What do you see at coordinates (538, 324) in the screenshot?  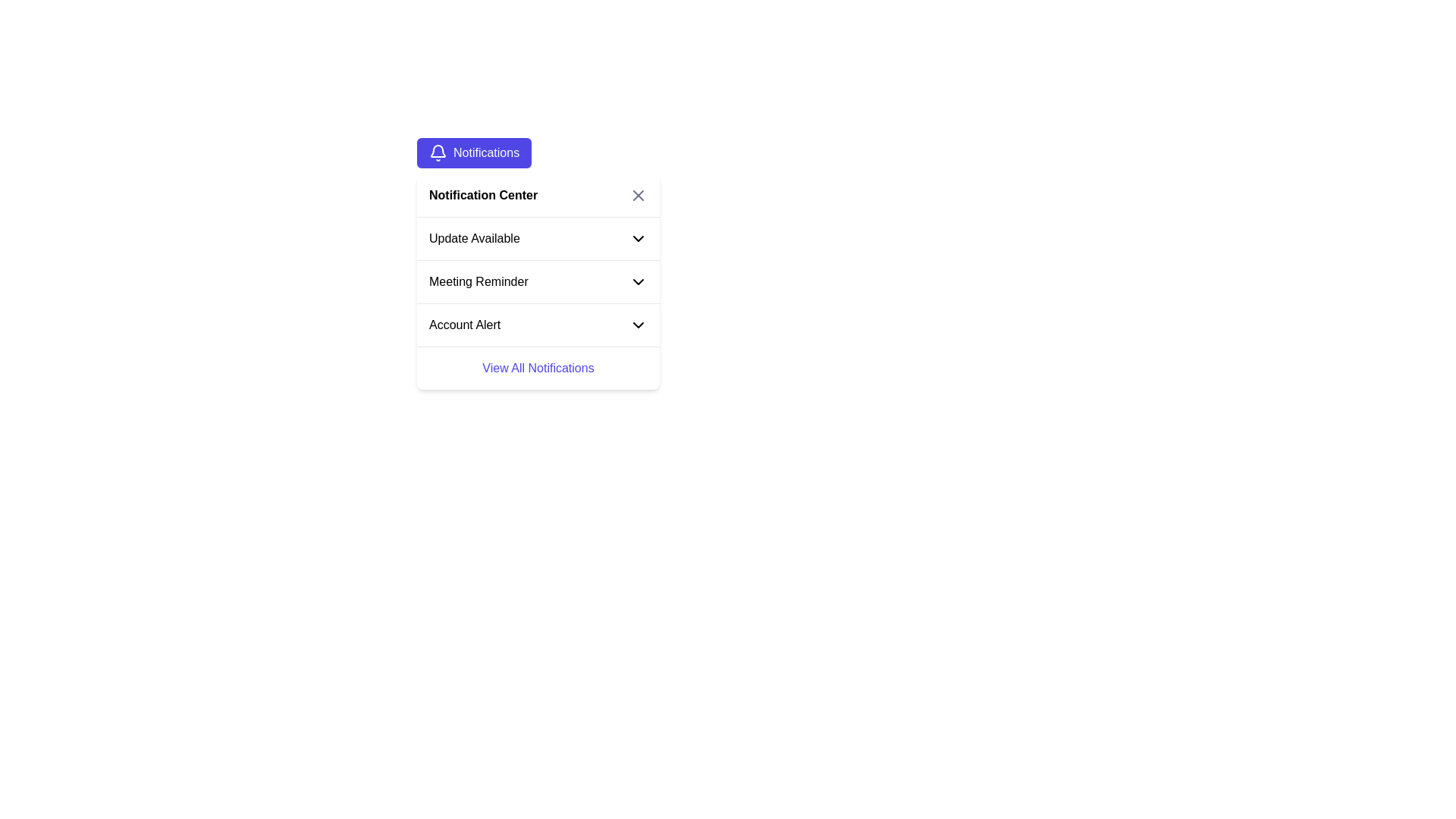 I see `the 'Account Alert' list item with dropdown` at bounding box center [538, 324].